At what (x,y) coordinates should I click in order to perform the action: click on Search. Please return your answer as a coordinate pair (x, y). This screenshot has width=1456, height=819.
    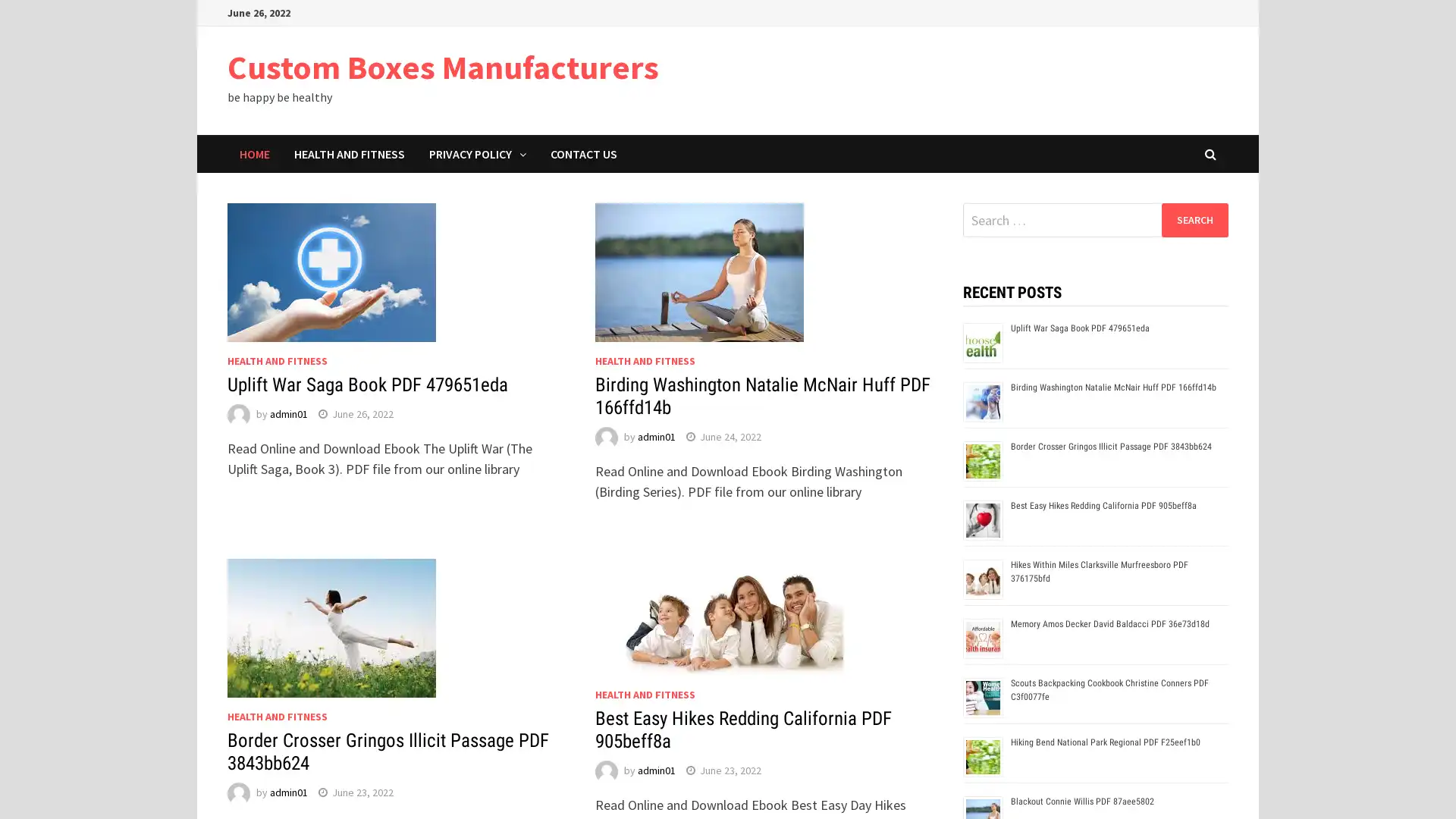
    Looking at the image, I should click on (1194, 219).